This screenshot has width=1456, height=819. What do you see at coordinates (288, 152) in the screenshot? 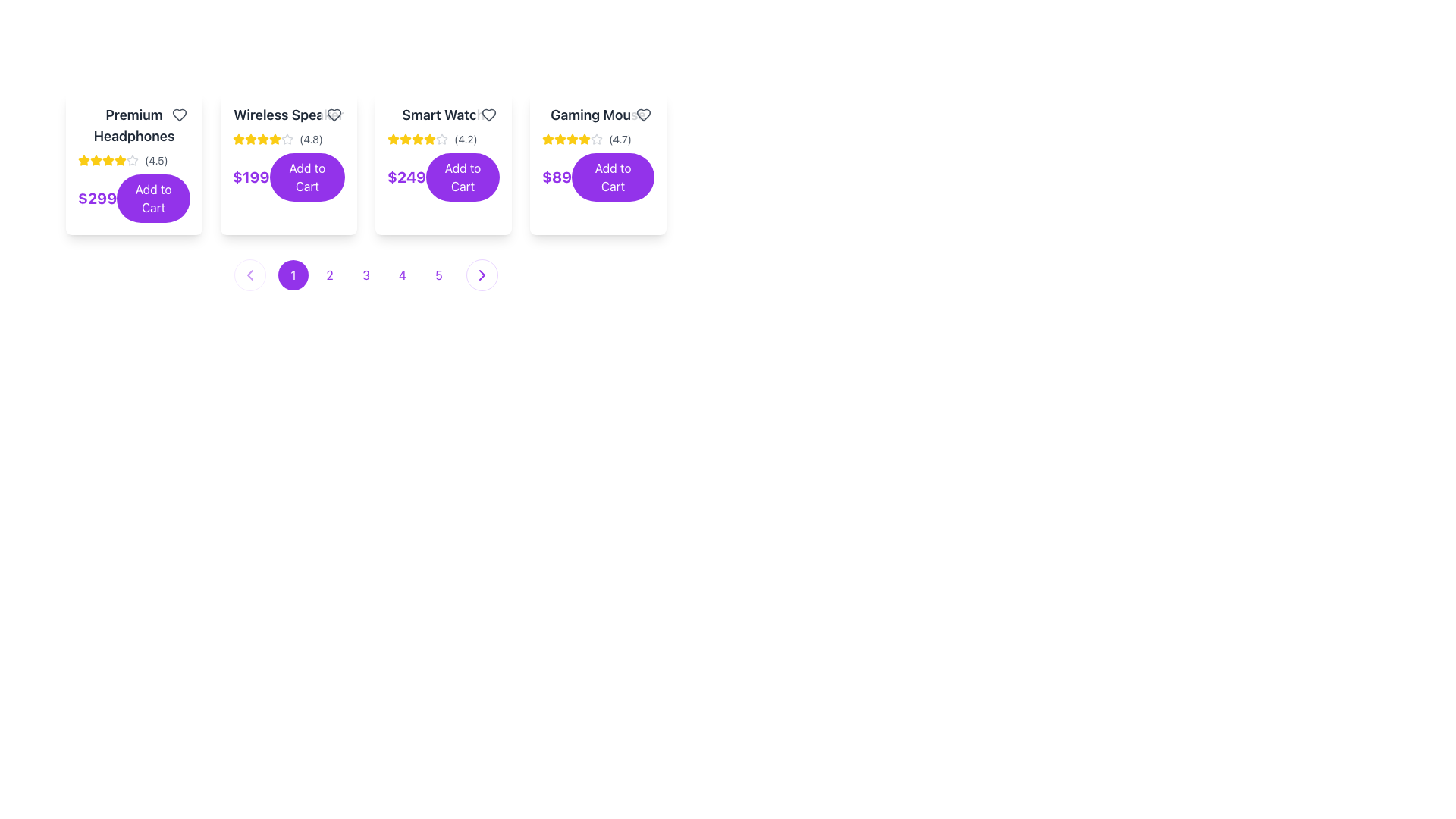
I see `the 'Add to Cart' button with a rounded shape and a purple background located at the bottom center of the second card in the list` at bounding box center [288, 152].